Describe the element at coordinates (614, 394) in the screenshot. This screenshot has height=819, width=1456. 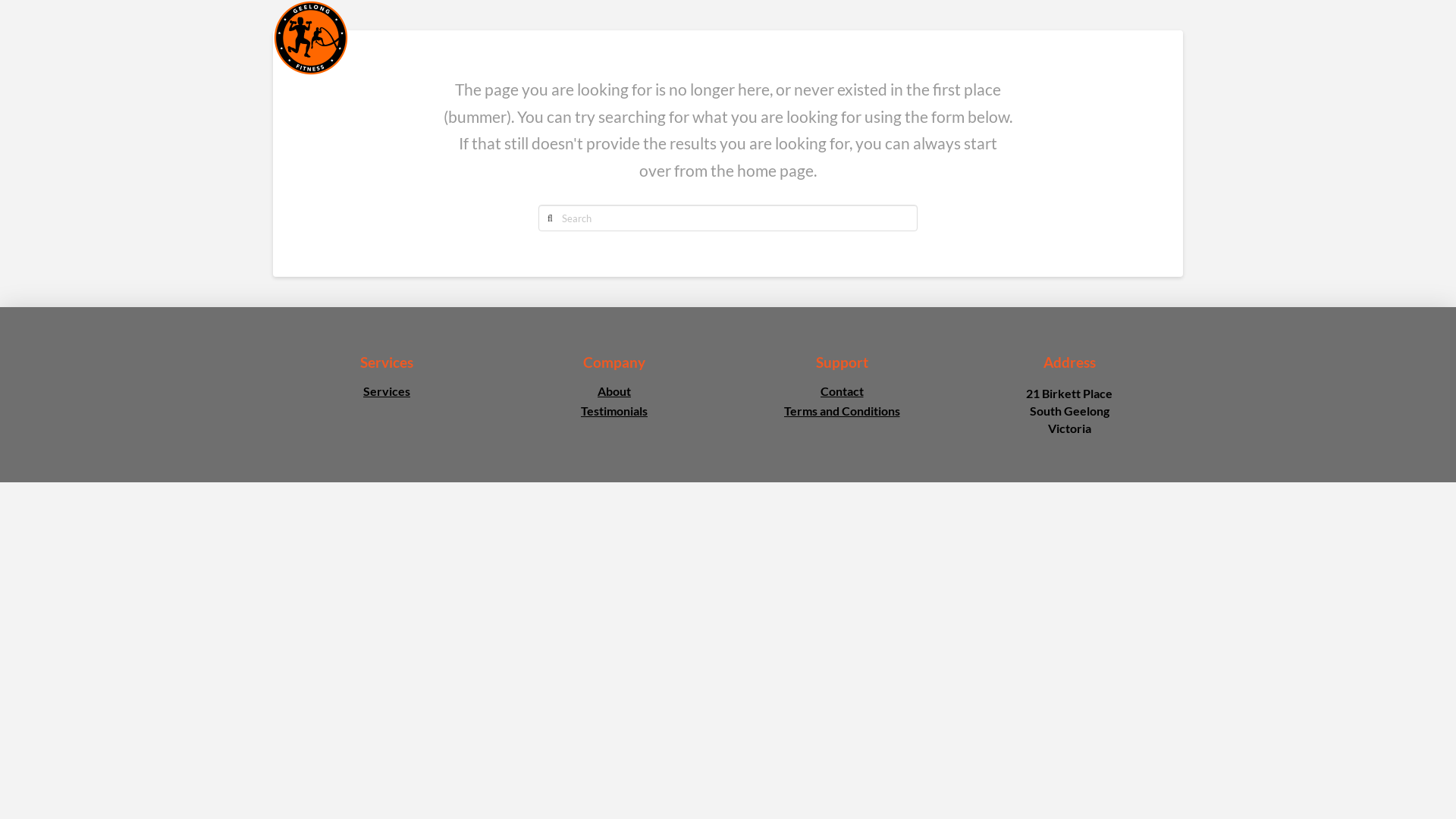
I see `'About'` at that location.